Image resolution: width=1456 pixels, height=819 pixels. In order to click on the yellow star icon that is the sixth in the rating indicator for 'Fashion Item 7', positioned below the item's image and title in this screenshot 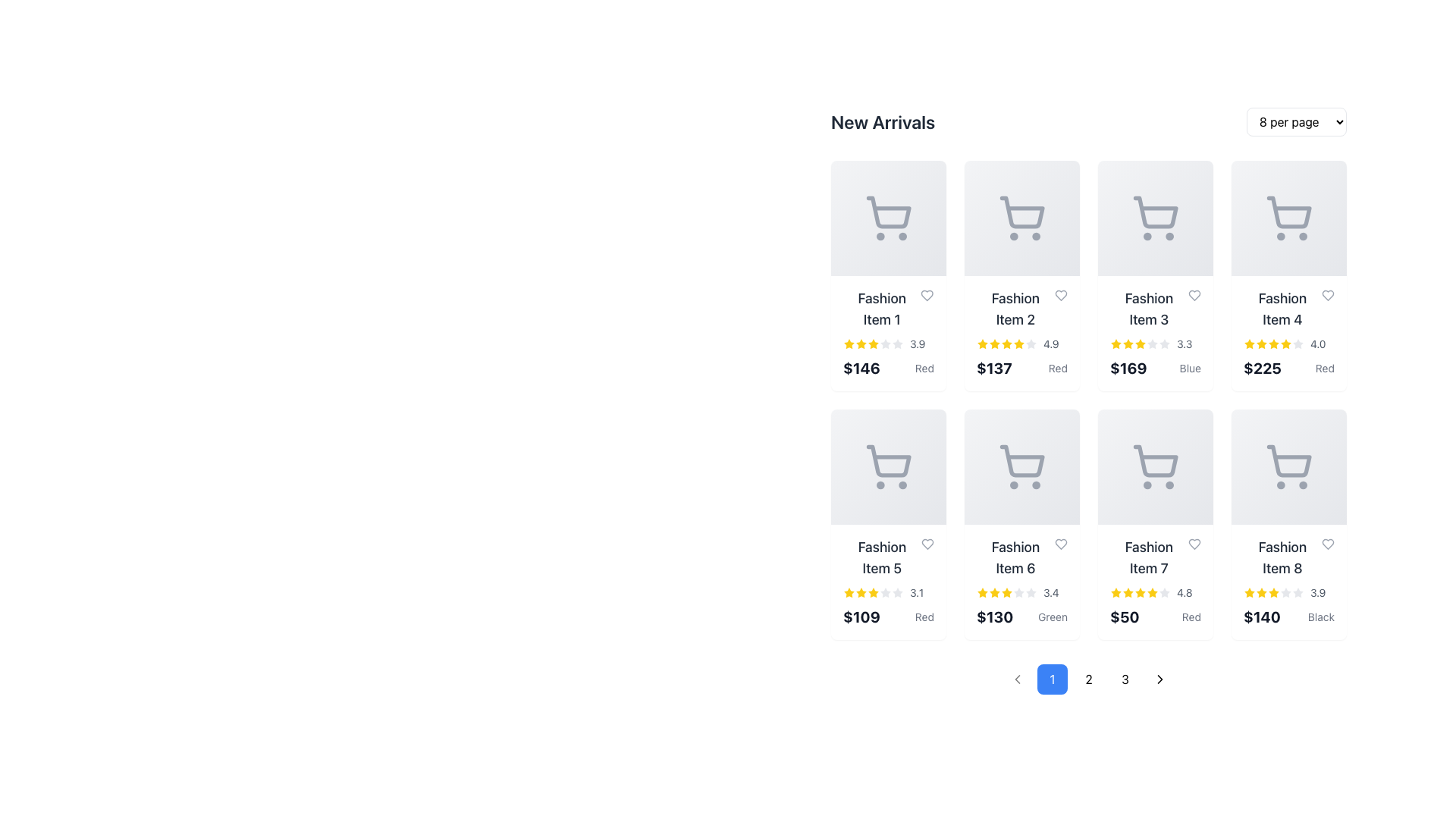, I will do `click(1153, 592)`.